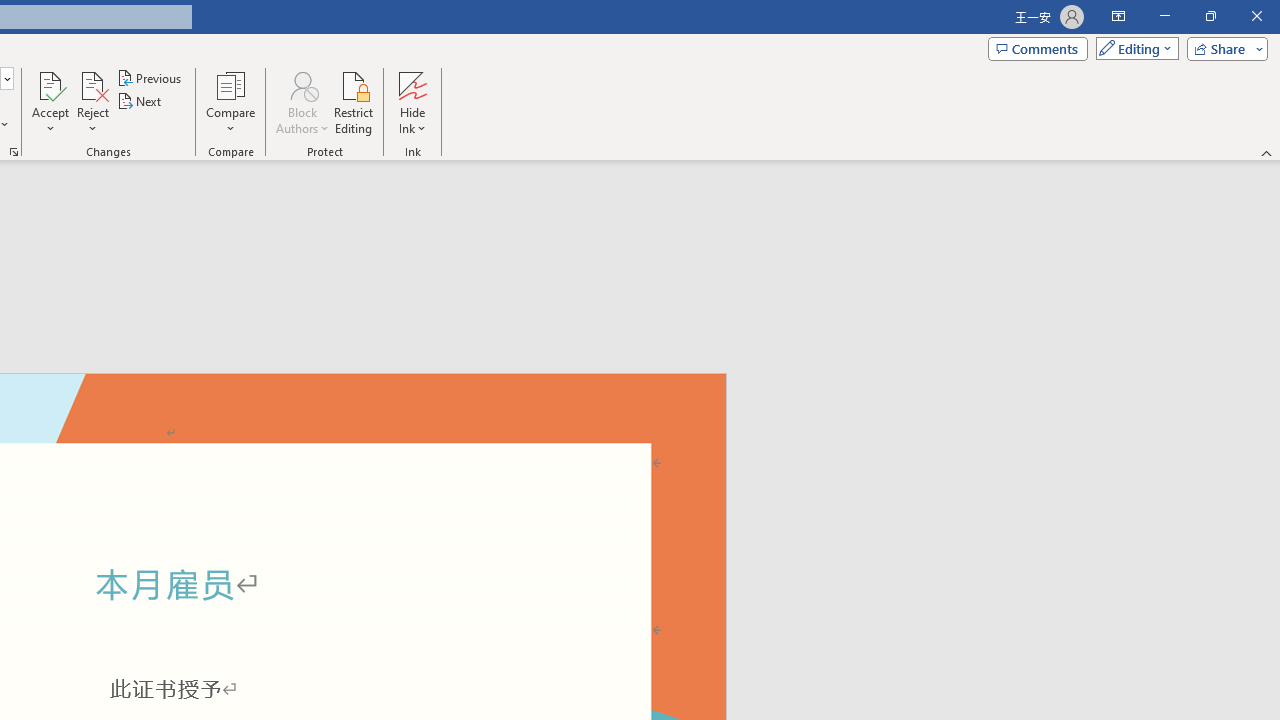 This screenshot has height=720, width=1280. I want to click on 'Block Authors', so click(301, 84).